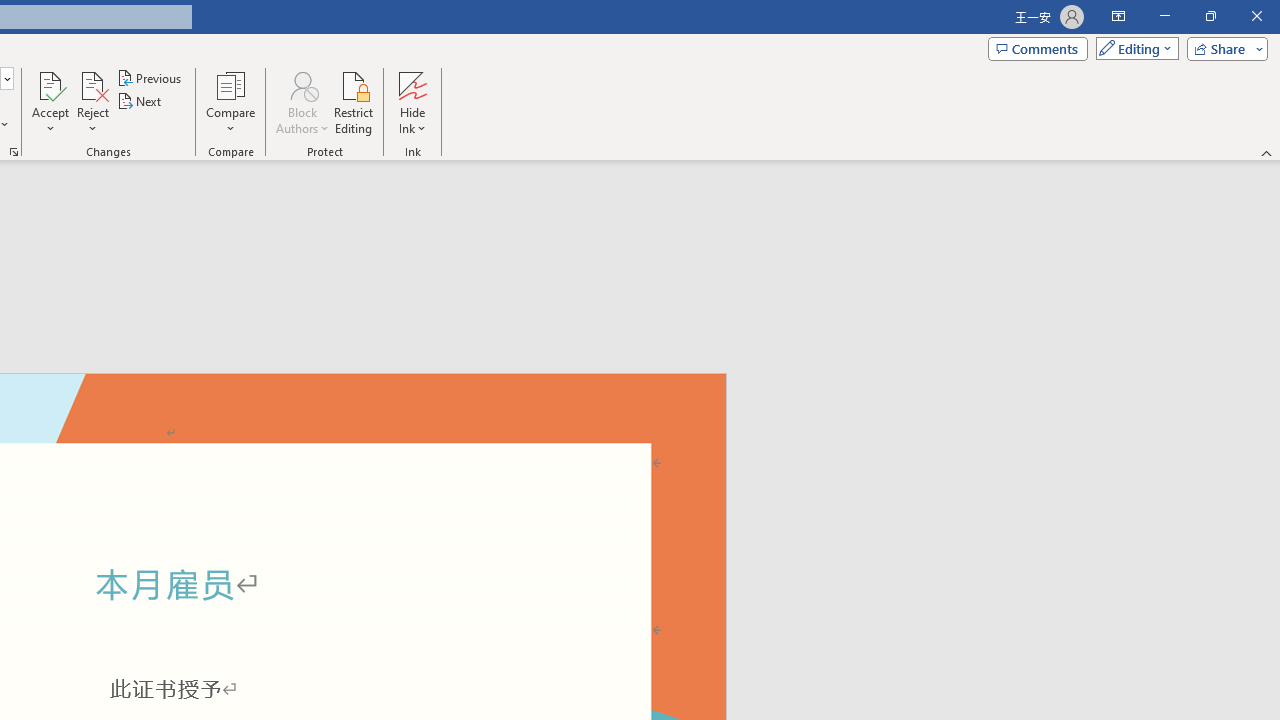 This screenshot has height=720, width=1280. I want to click on 'Block Authors', so click(301, 84).